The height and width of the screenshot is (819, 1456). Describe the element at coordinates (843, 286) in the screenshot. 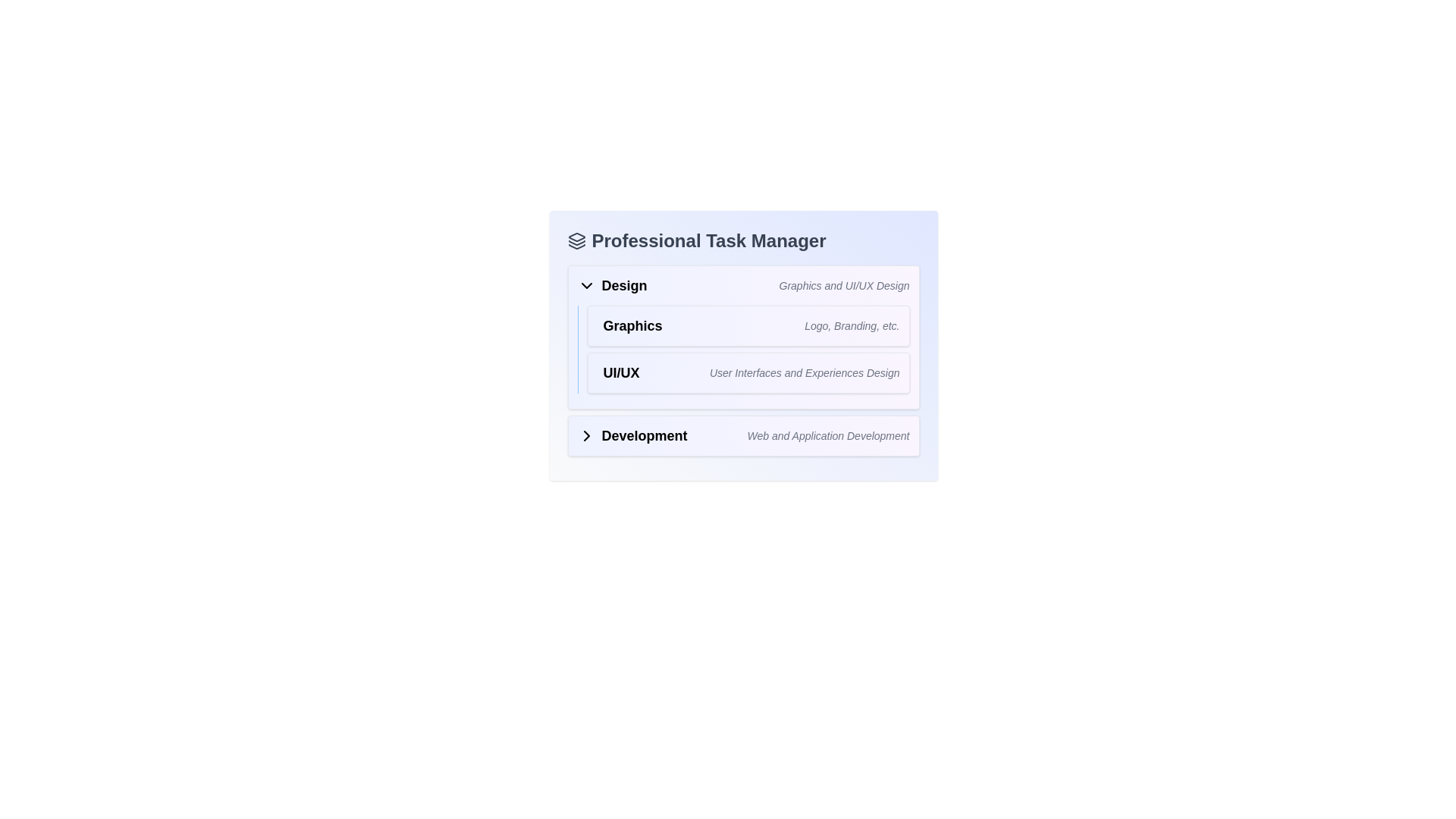

I see `the static text snippet that reads 'Graphics and UI/UX Design', styled in gray italic font, positioned to the far right within the horizontal group containing the label 'Design'` at that location.